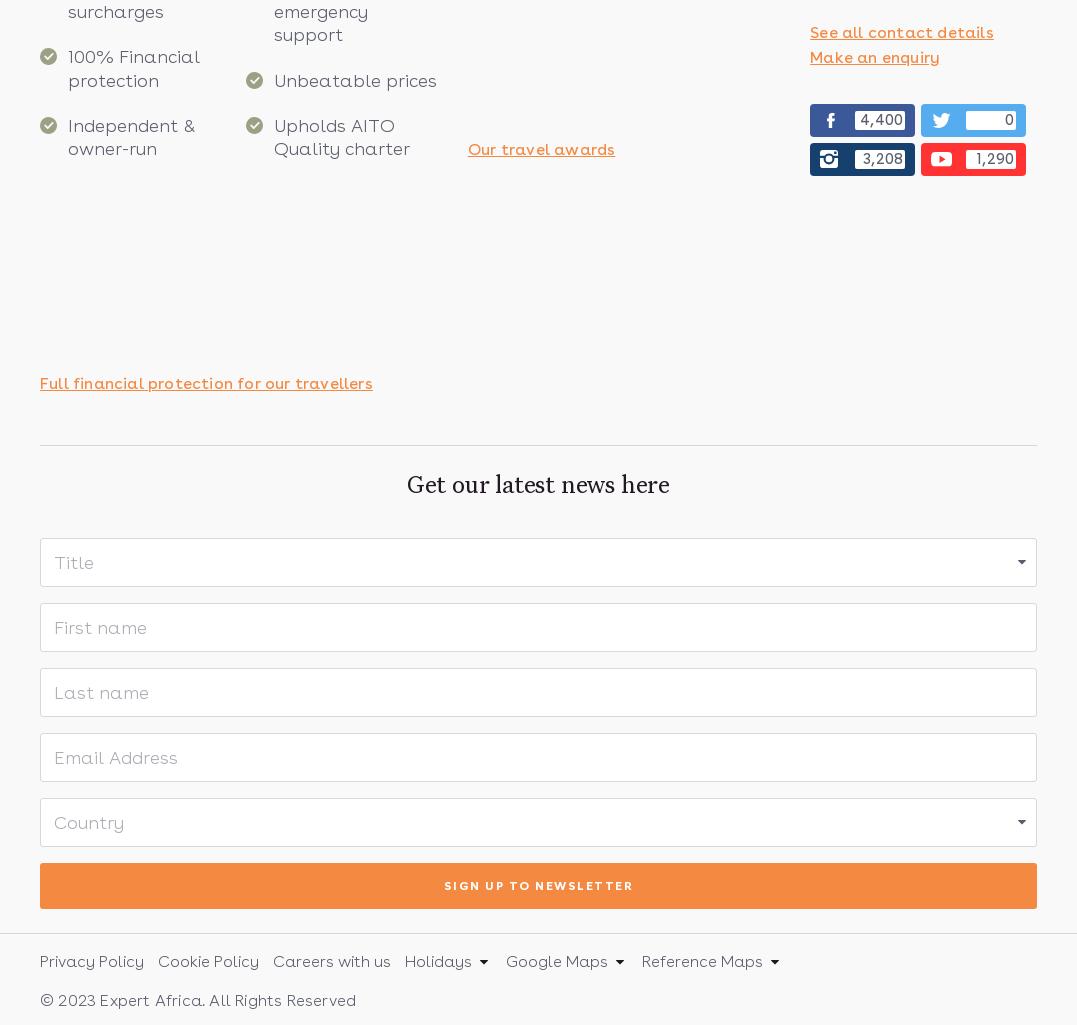  Describe the element at coordinates (205, 382) in the screenshot. I see `'Full financial protection for our travellers'` at that location.